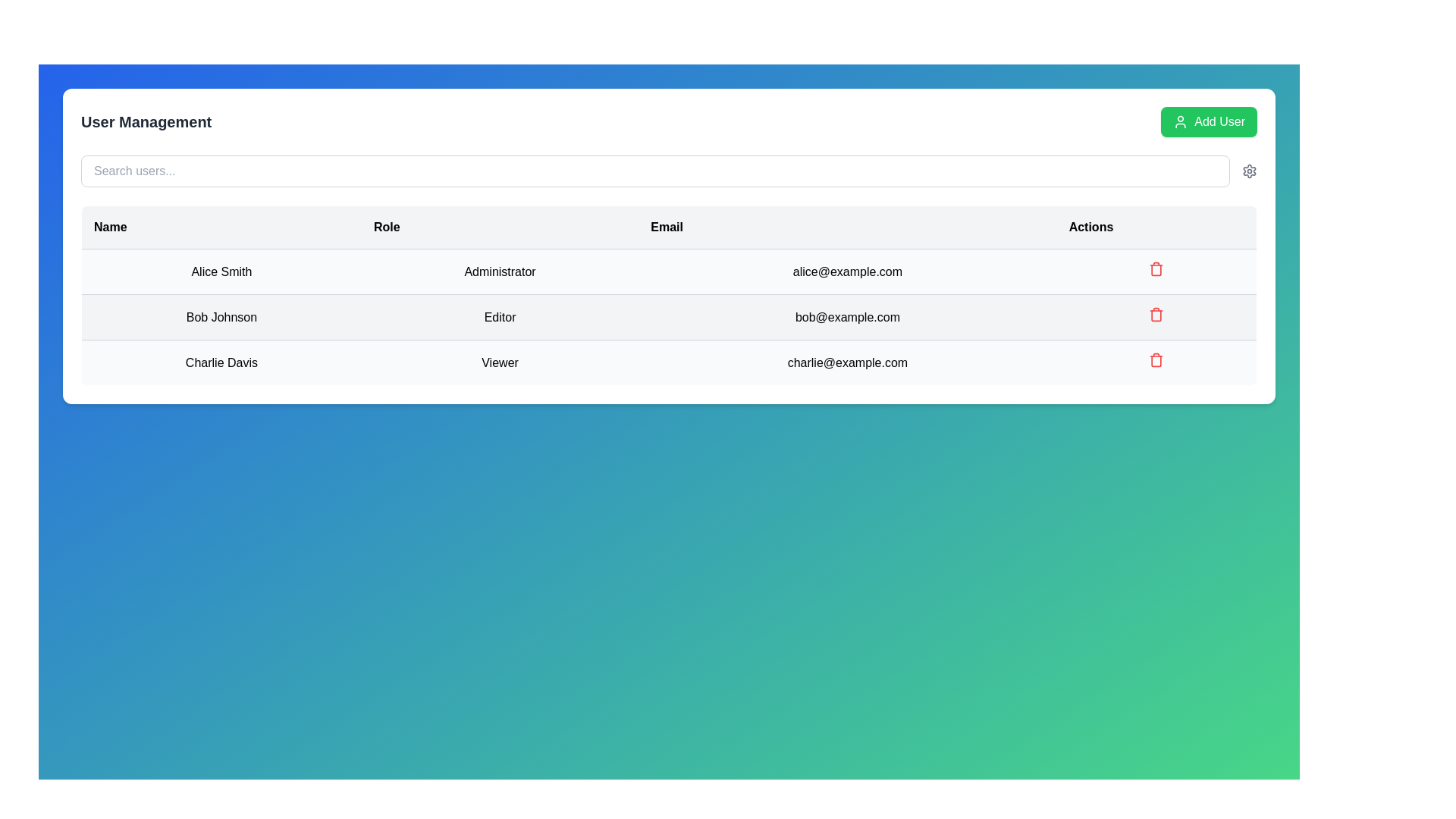  I want to click on the red trash icon button located in the 'Actions' column of the user table for Bob Johnson, so click(1156, 268).